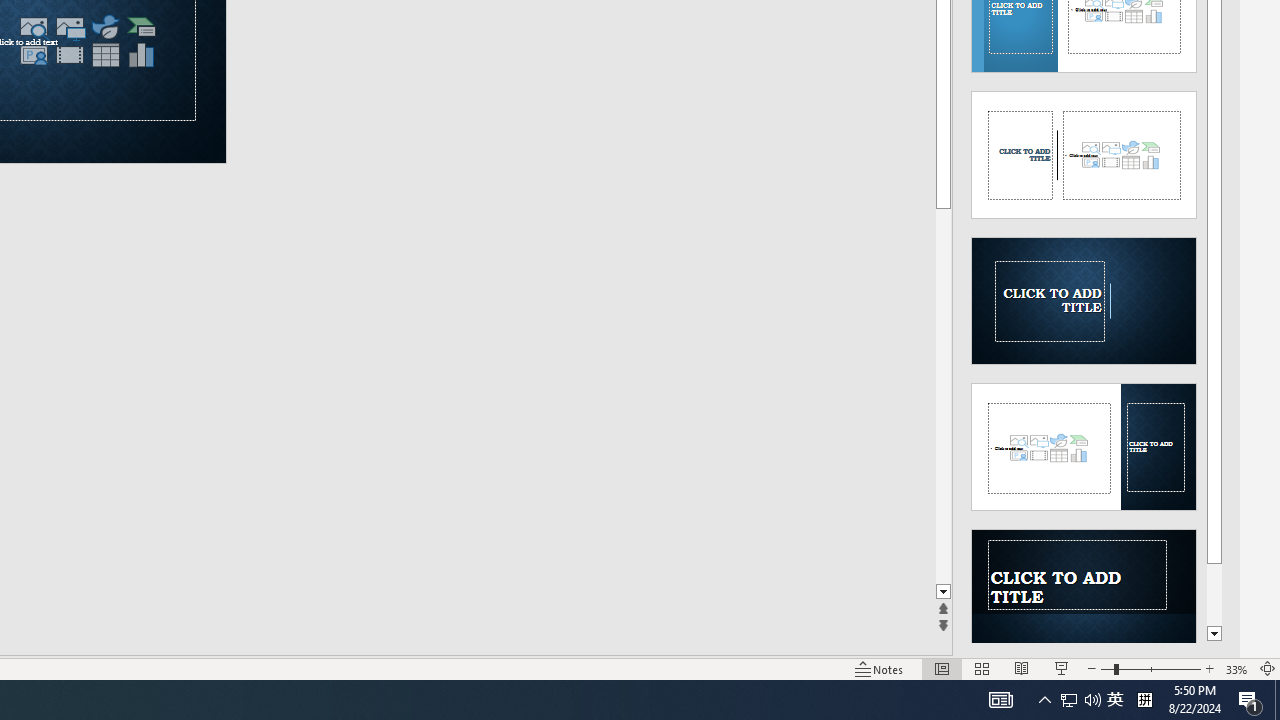 The width and height of the screenshot is (1280, 720). Describe the element at coordinates (104, 54) in the screenshot. I see `'Insert Table'` at that location.